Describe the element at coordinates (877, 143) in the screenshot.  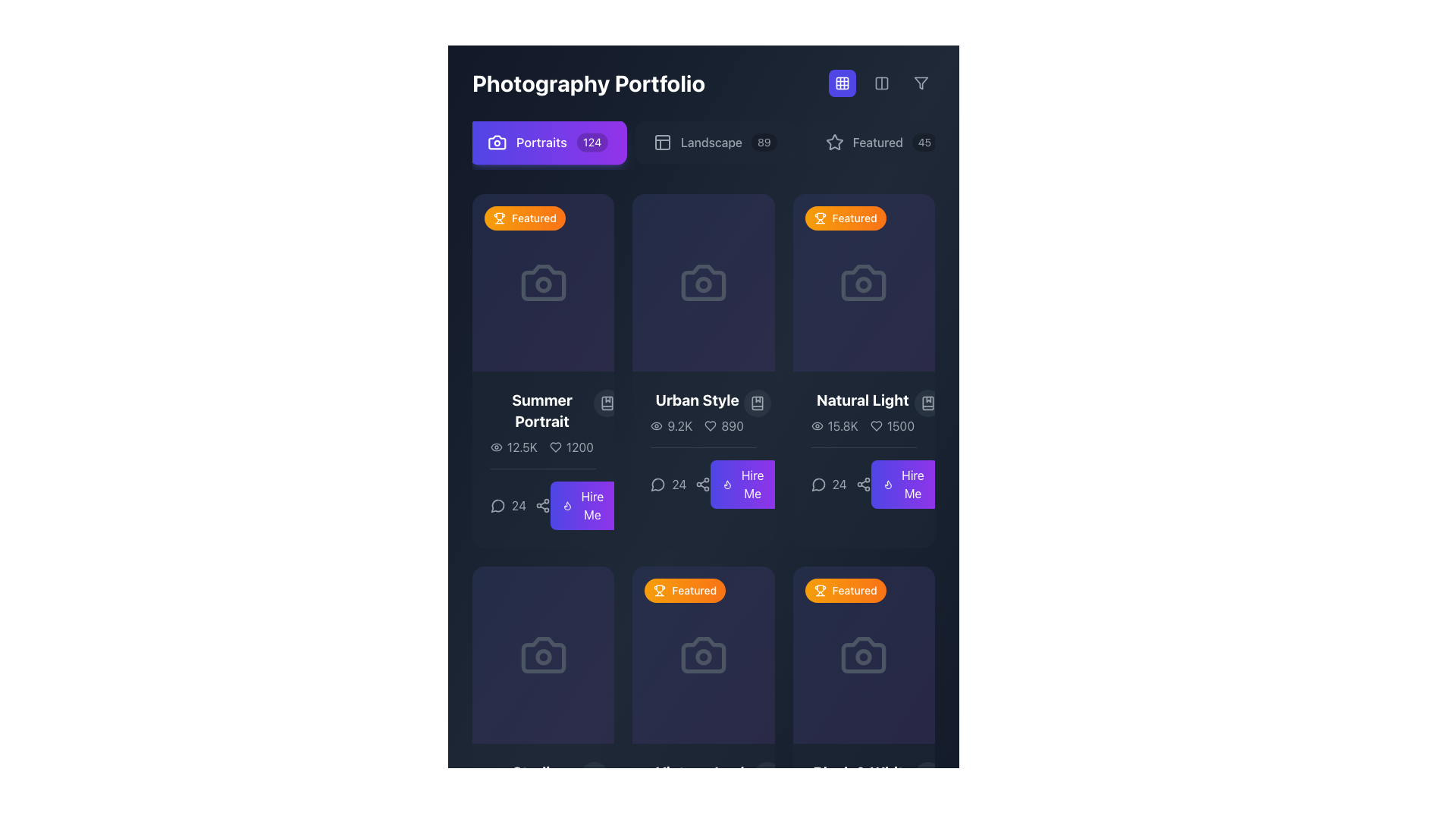
I see `the 'Featured' text label located in the navigation area, positioned to the right of a star icon and preceding a badge with the number '45'` at that location.